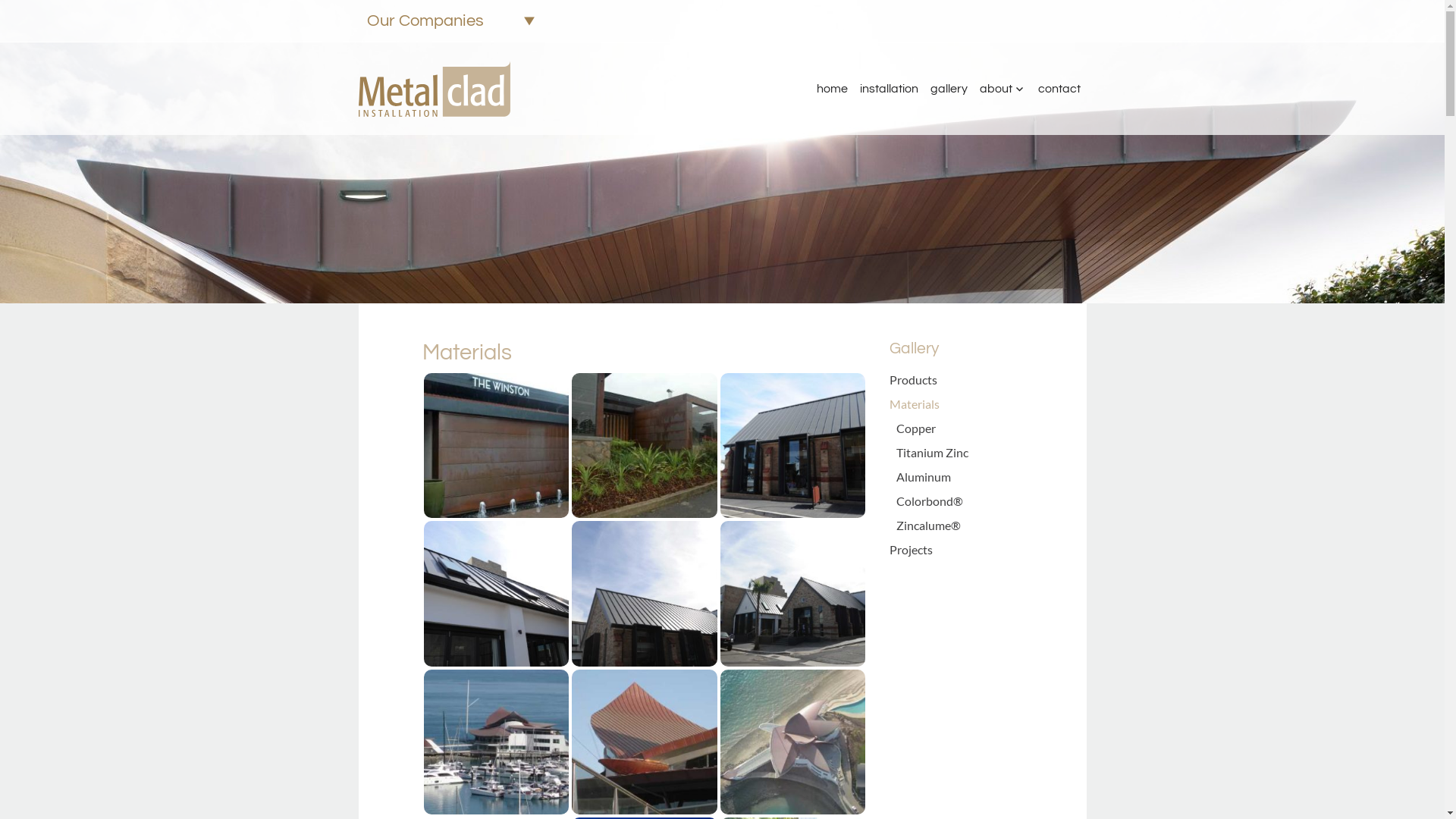 The height and width of the screenshot is (819, 1456). What do you see at coordinates (912, 378) in the screenshot?
I see `'Products'` at bounding box center [912, 378].